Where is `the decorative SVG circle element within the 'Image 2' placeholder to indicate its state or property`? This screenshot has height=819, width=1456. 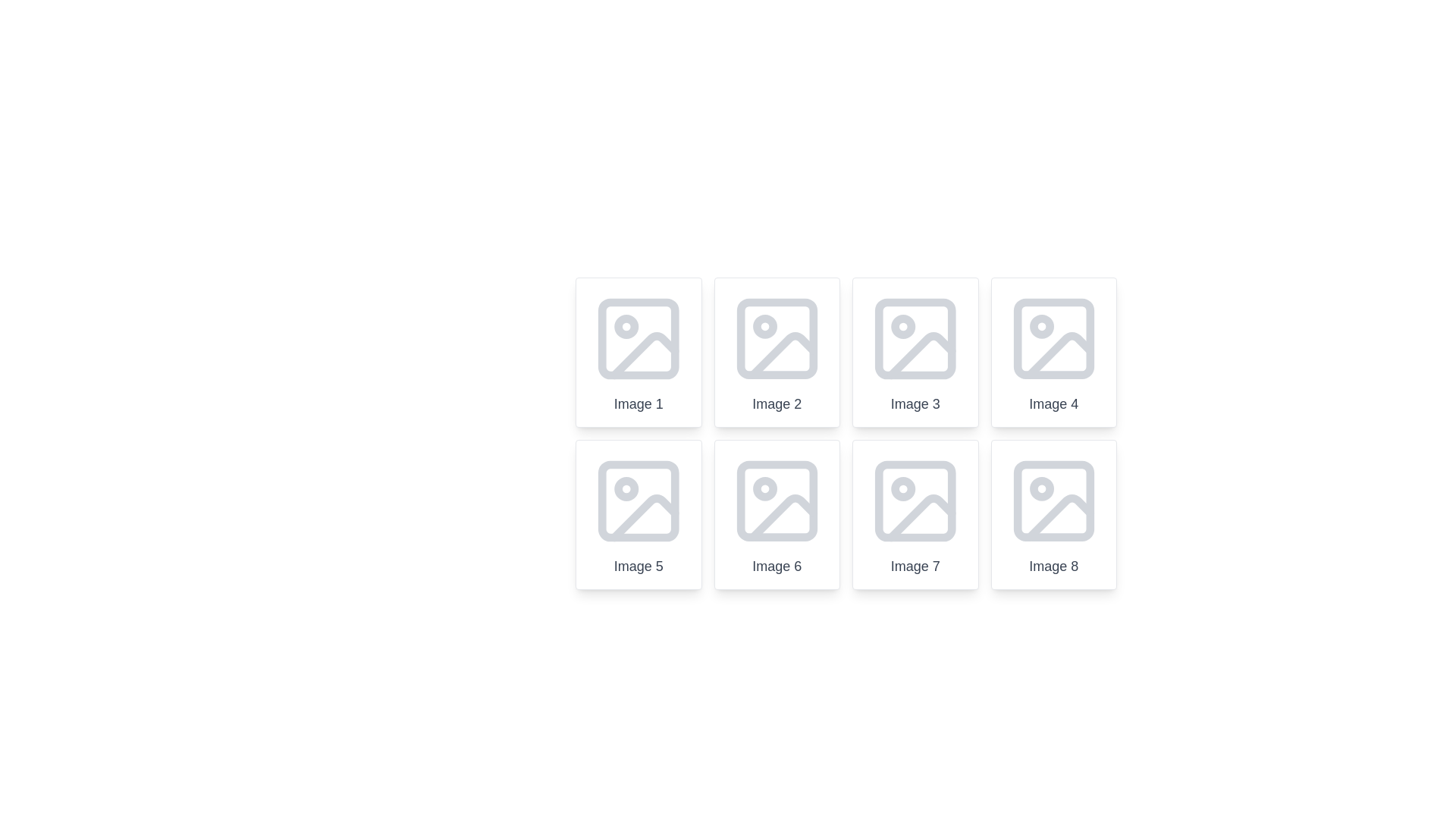
the decorative SVG circle element within the 'Image 2' placeholder to indicate its state or property is located at coordinates (764, 326).